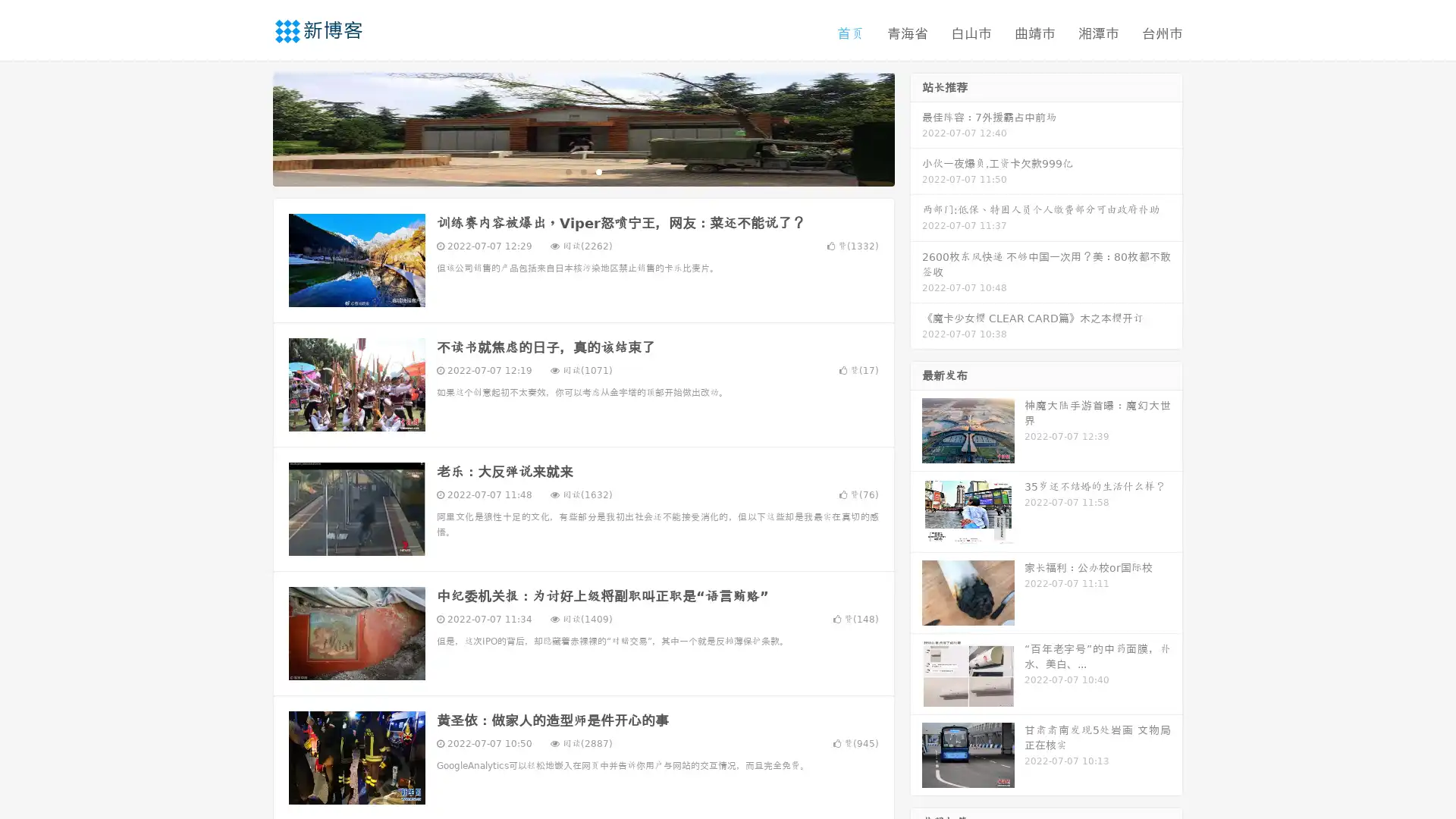 This screenshot has height=819, width=1456. I want to click on Go to slide 1, so click(567, 171).